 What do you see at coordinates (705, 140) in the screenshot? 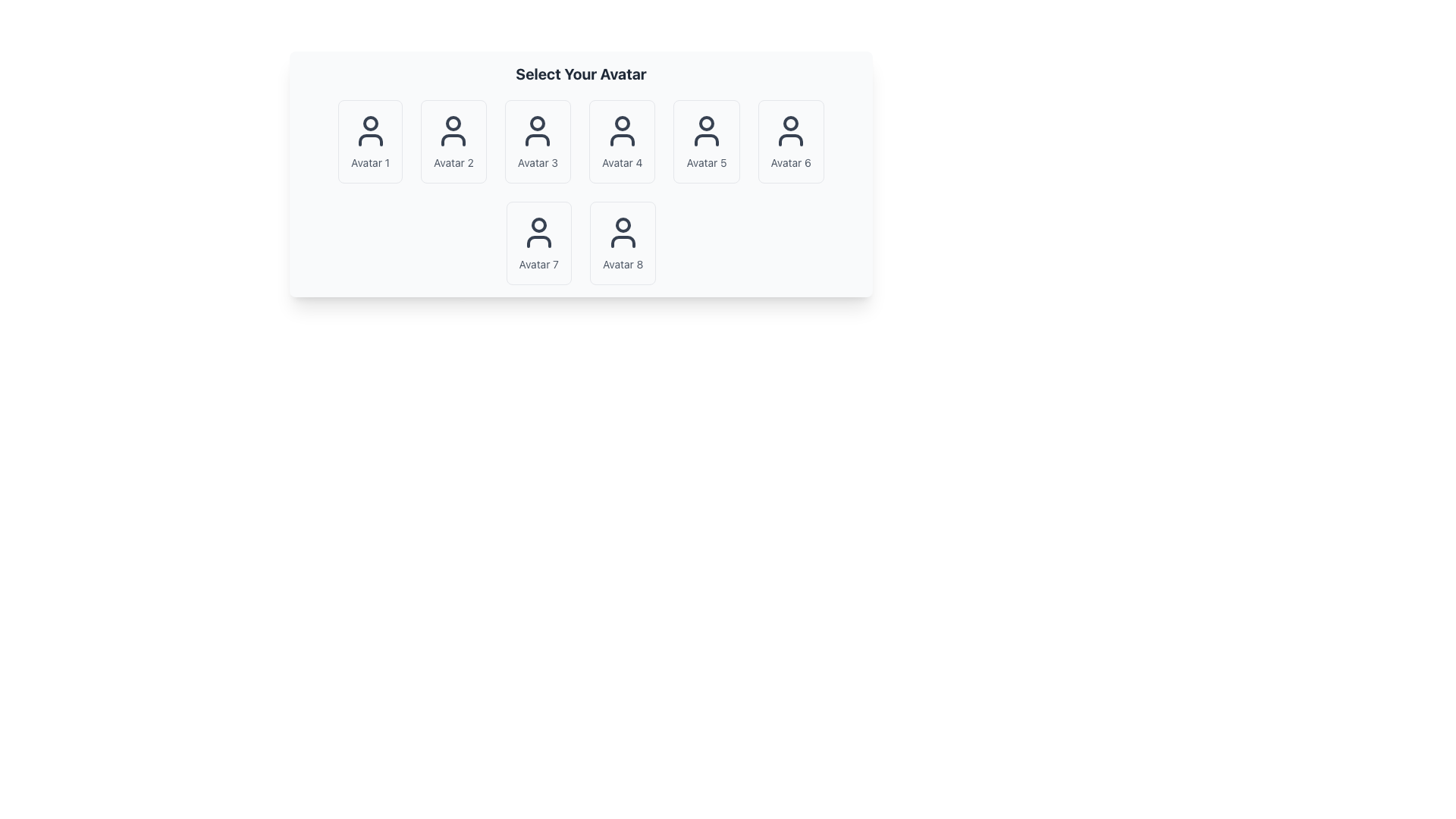
I see `the curved geometric line forming the shoulders of the user icon, which is the fifth avatar in the grid under 'Select Your Avatar'` at bounding box center [705, 140].